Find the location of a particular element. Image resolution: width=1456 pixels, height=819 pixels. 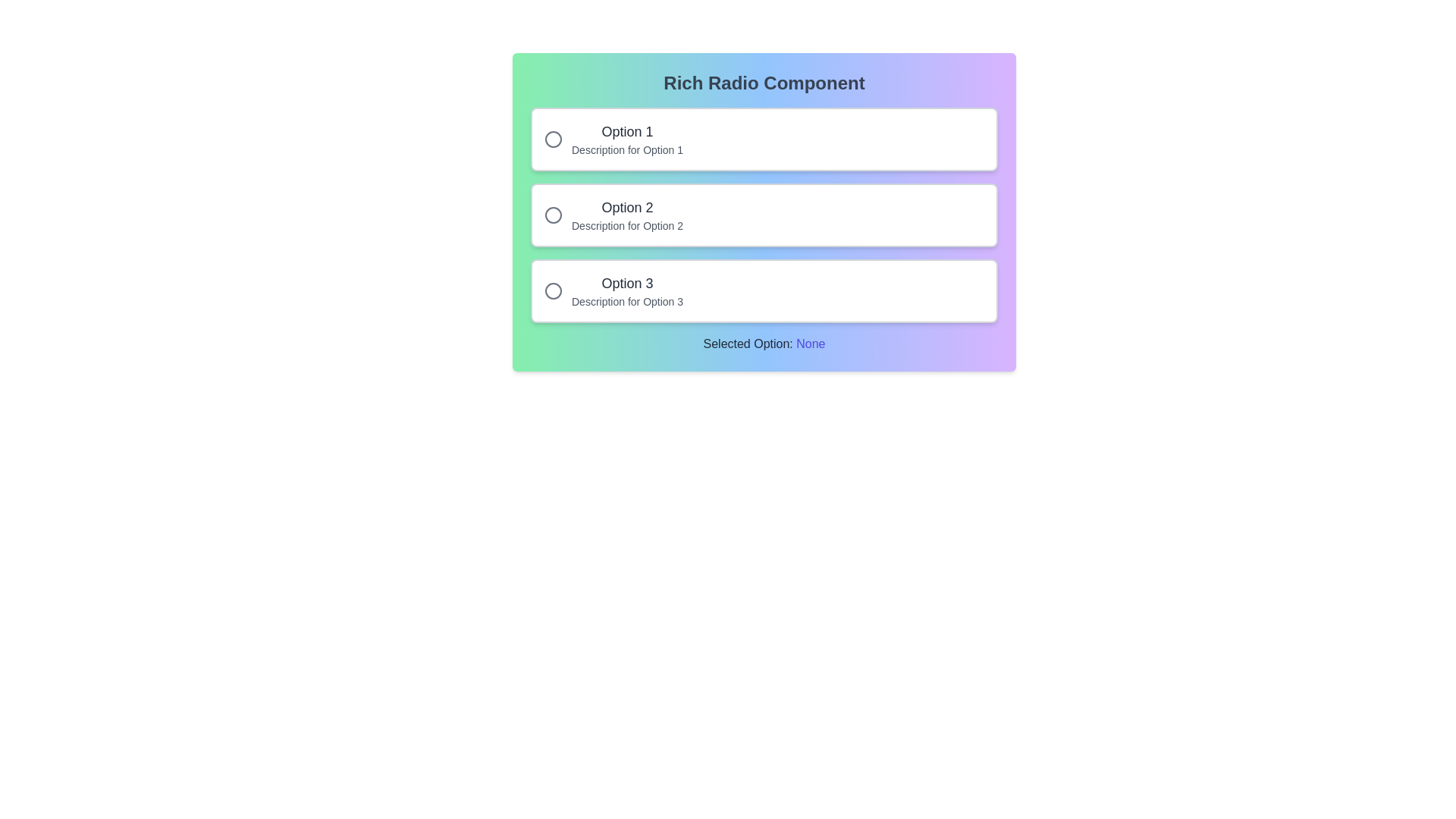

the second radio button option in the vertical list to potentially see hover effects is located at coordinates (764, 215).